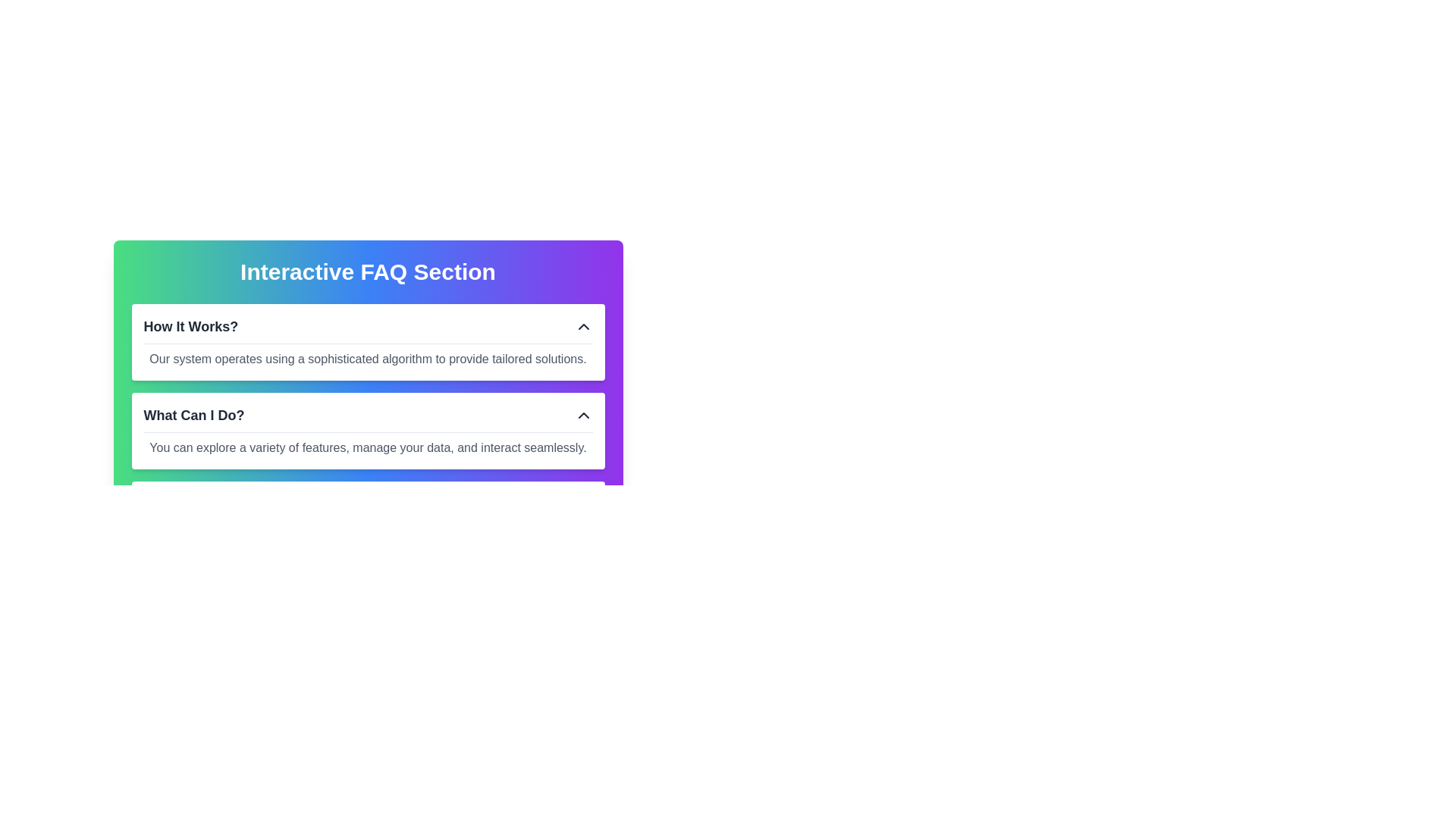 This screenshot has height=819, width=1456. What do you see at coordinates (368, 444) in the screenshot?
I see `the informational text description located under the 'What Can I Do?' header in the FAQ section, which is the second collapsible item with a white background inside a purple gradient background` at bounding box center [368, 444].